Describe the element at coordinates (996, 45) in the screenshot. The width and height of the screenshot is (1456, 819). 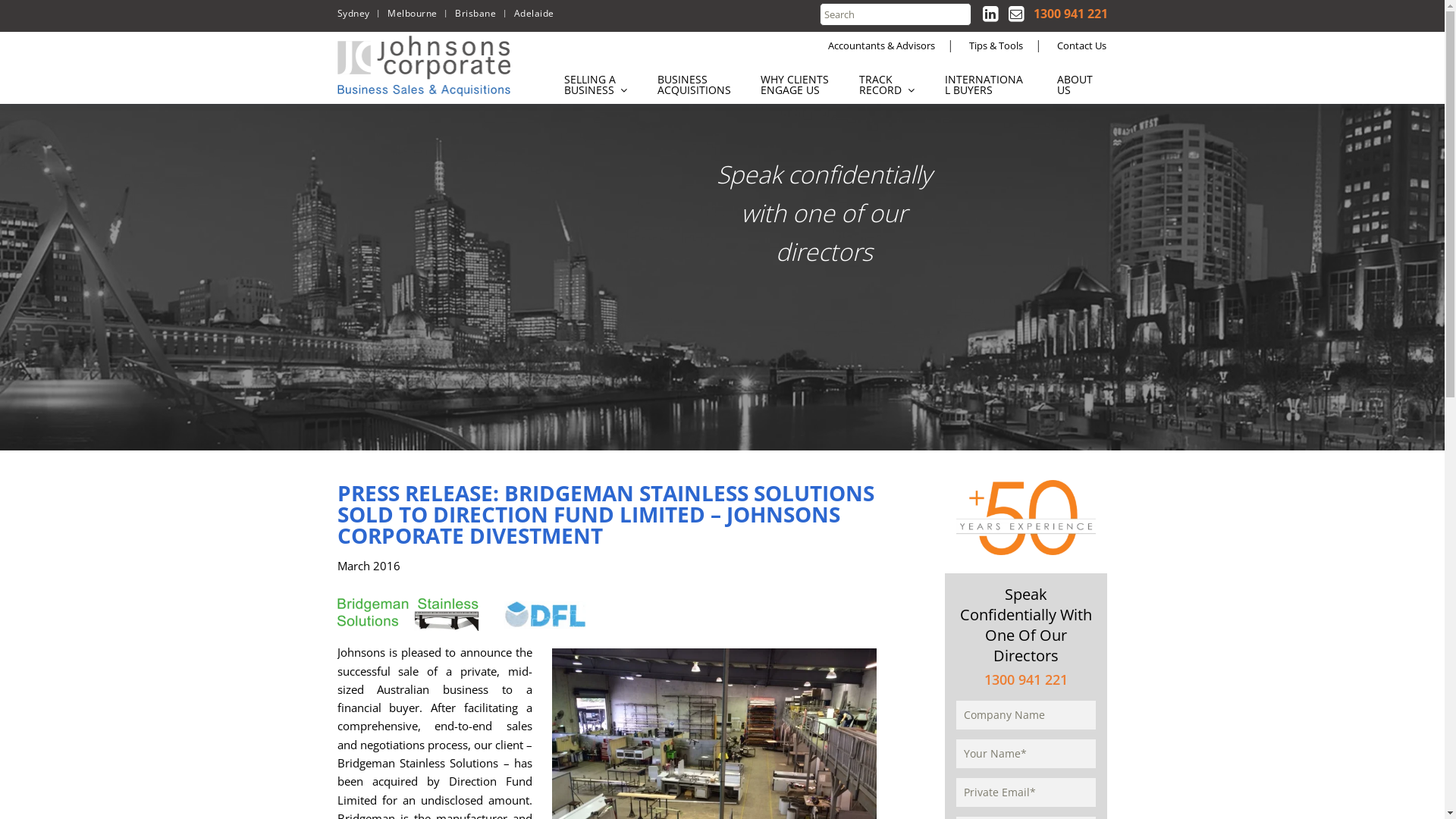
I see `'Tips & Tools'` at that location.